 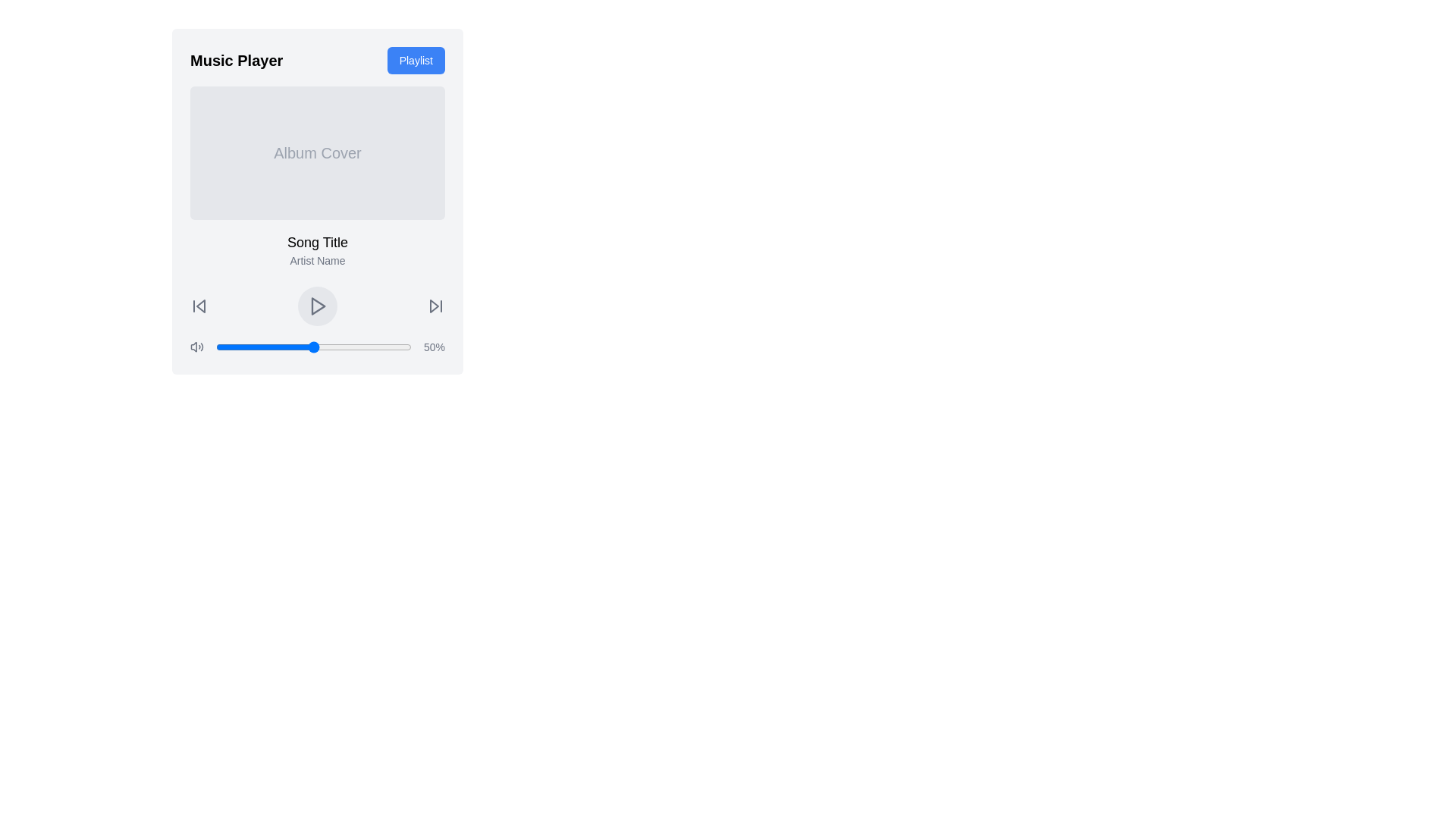 I want to click on the first graphical icon representing audio output settings, located on the leftmost side of the group of three icons, so click(x=193, y=347).